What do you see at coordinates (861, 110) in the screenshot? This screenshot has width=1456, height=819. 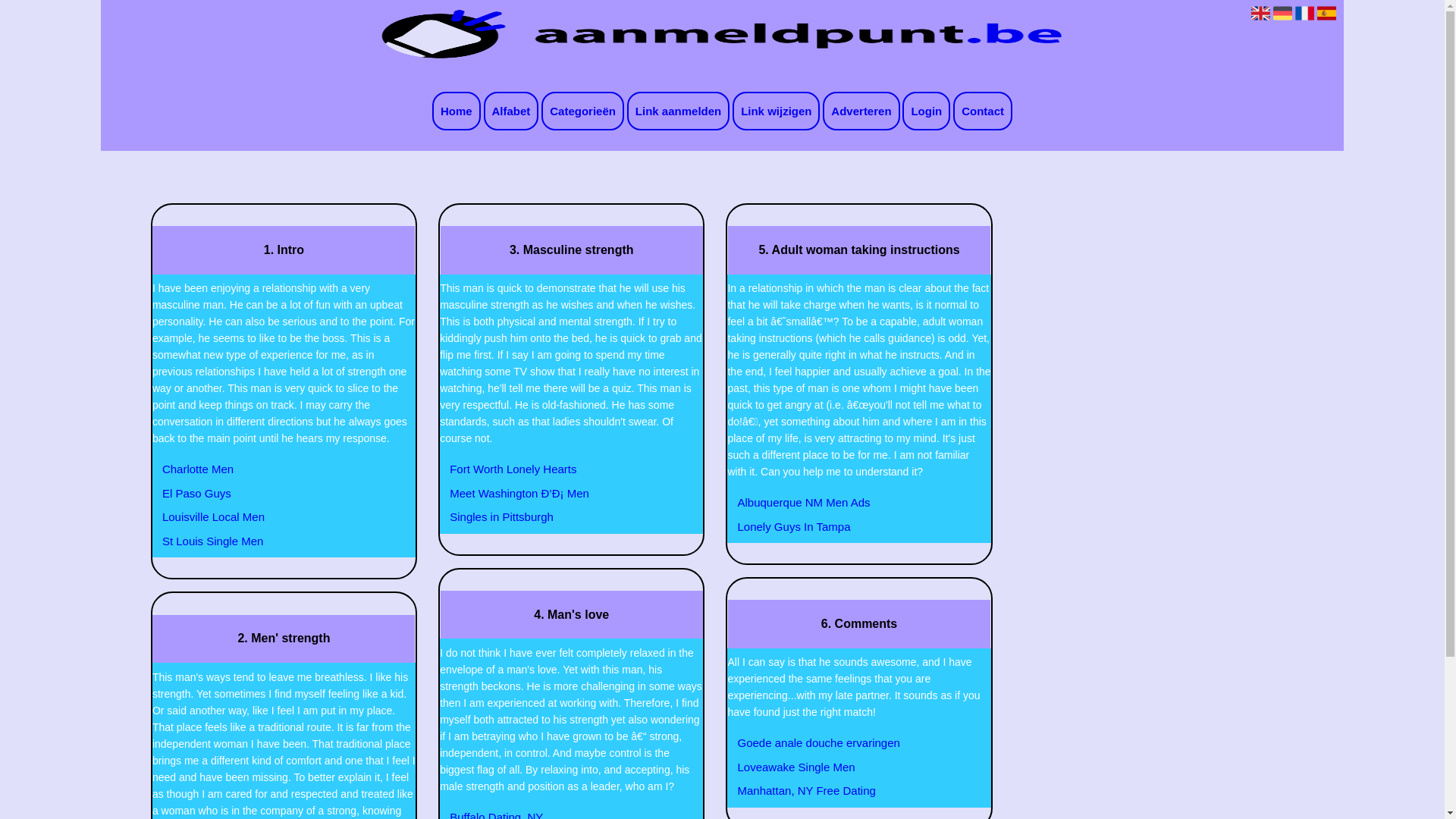 I see `'Adverteren'` at bounding box center [861, 110].